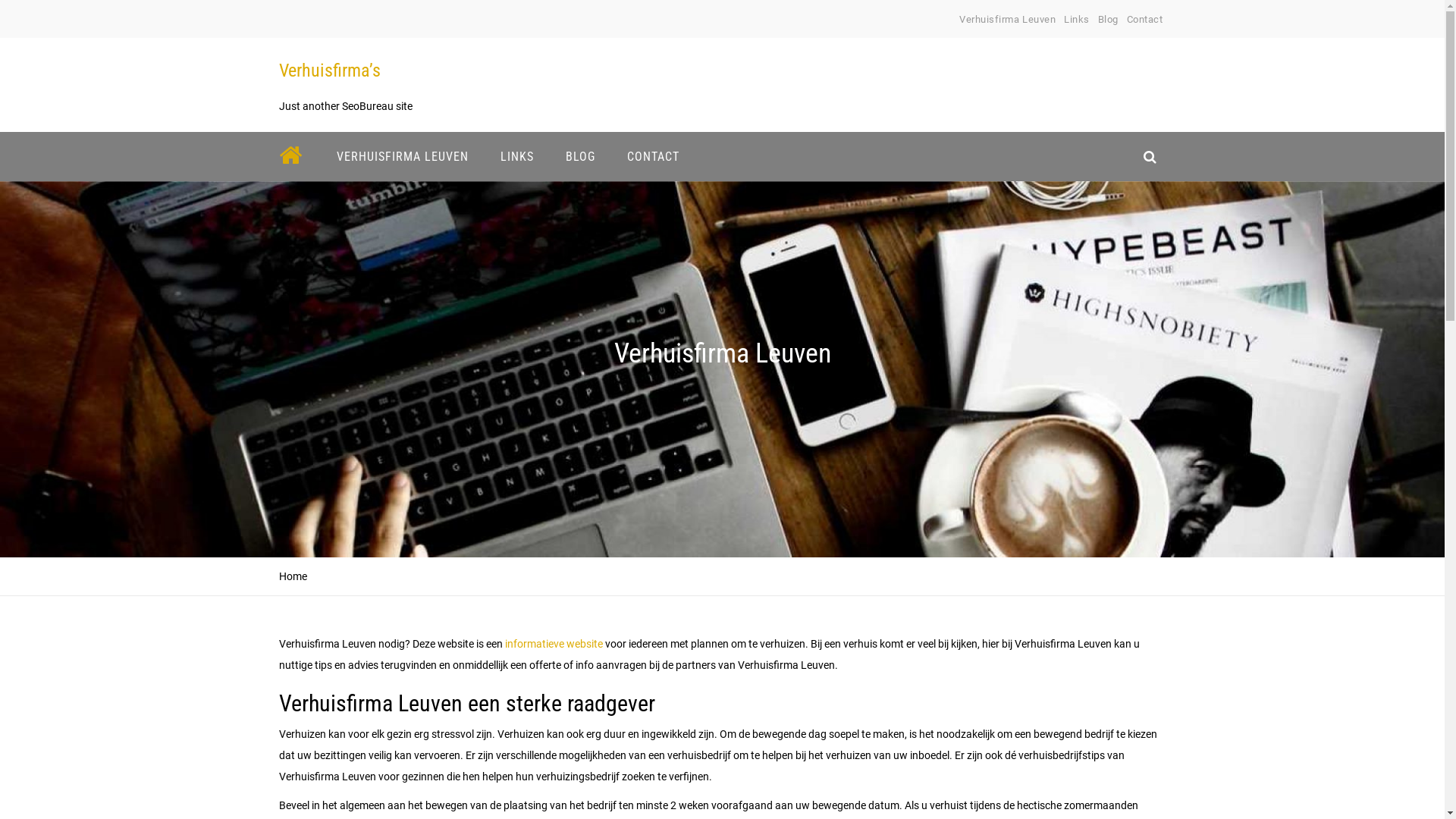  What do you see at coordinates (1076, 19) in the screenshot?
I see `'Links'` at bounding box center [1076, 19].